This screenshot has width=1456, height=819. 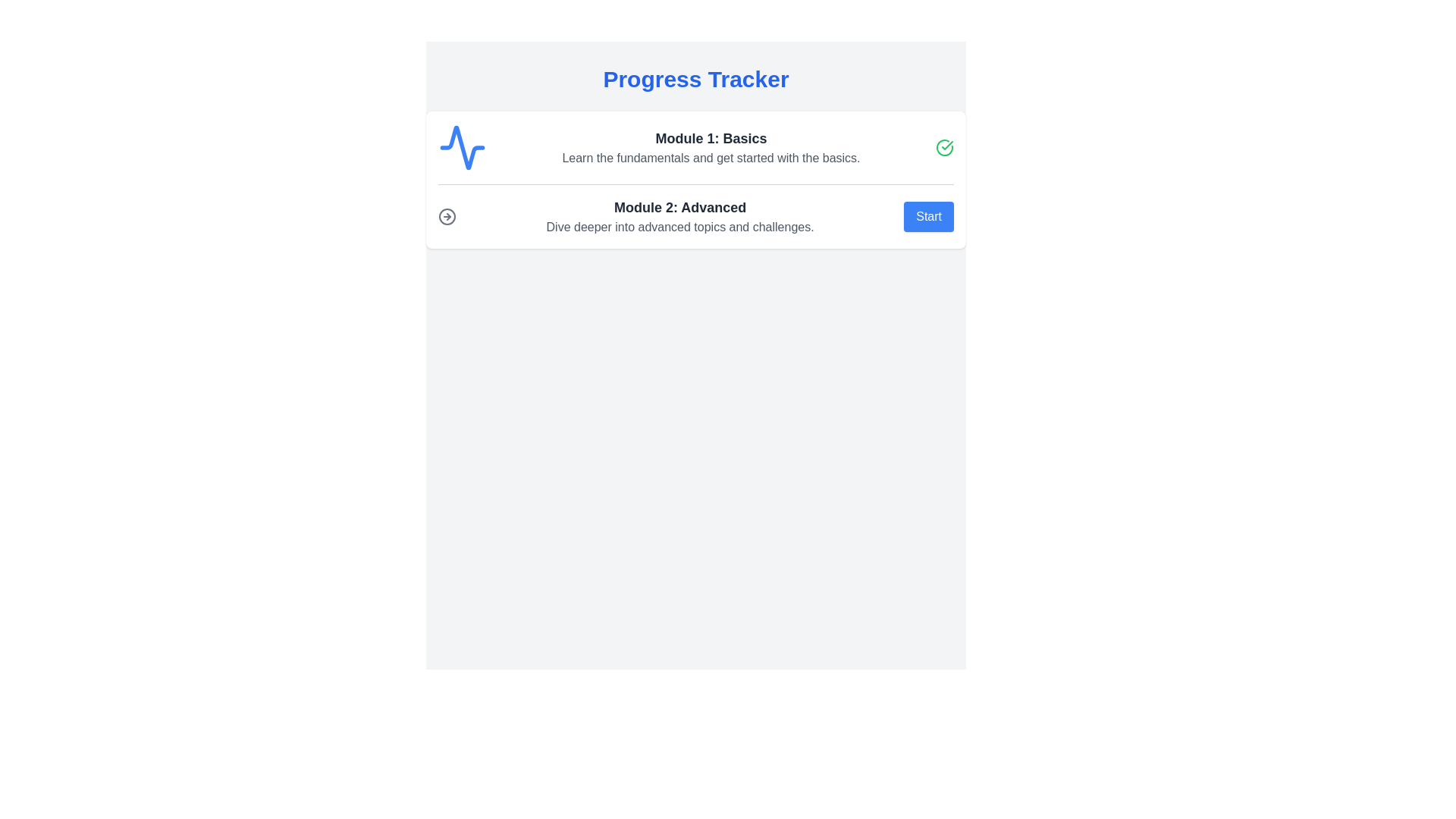 What do you see at coordinates (695, 79) in the screenshot?
I see `the prominent heading text label 'Progress Tracker' which is large, bold, and blue, located at the top center of the gray-themed layout` at bounding box center [695, 79].